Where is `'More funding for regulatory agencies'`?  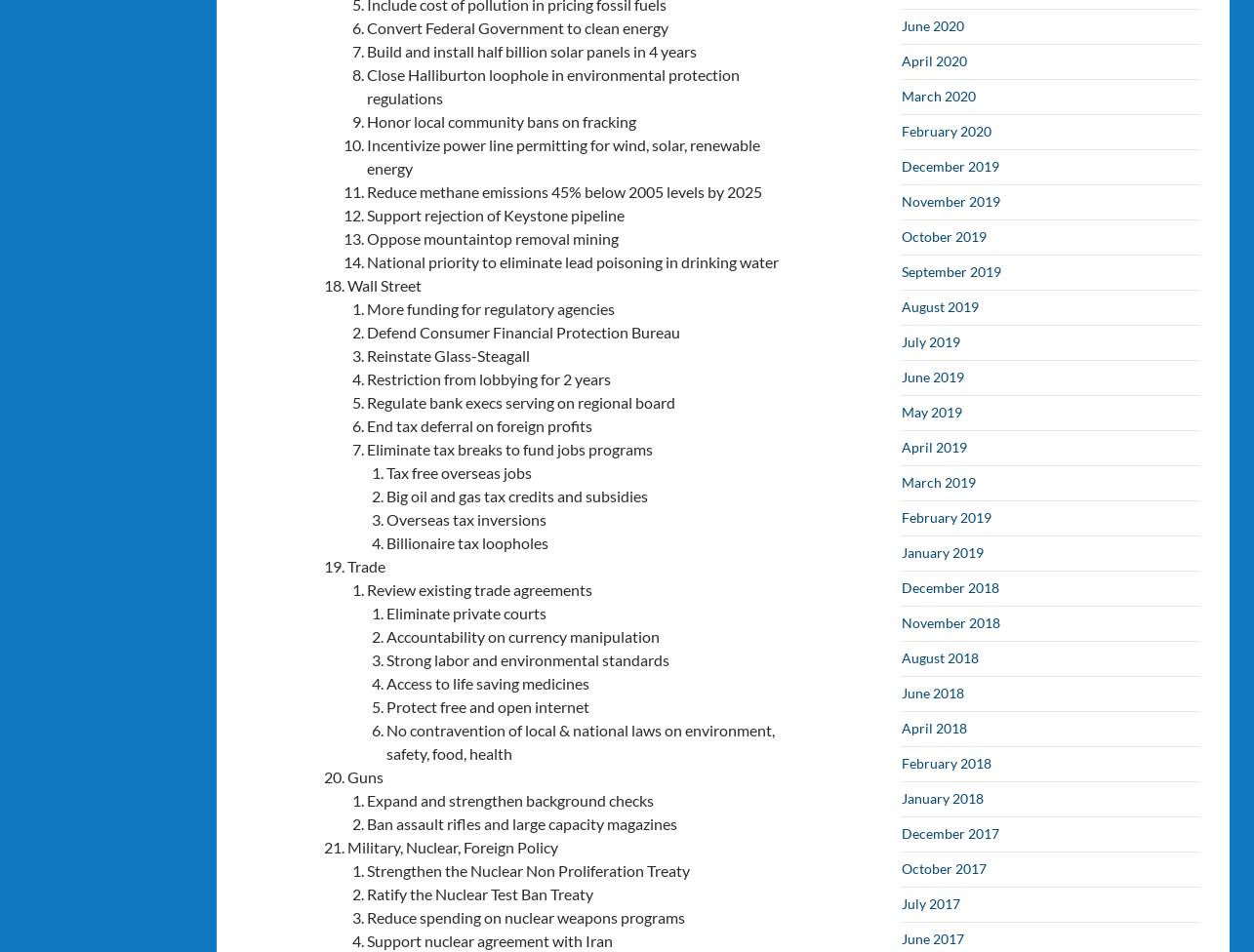
'More funding for regulatory agencies' is located at coordinates (490, 307).